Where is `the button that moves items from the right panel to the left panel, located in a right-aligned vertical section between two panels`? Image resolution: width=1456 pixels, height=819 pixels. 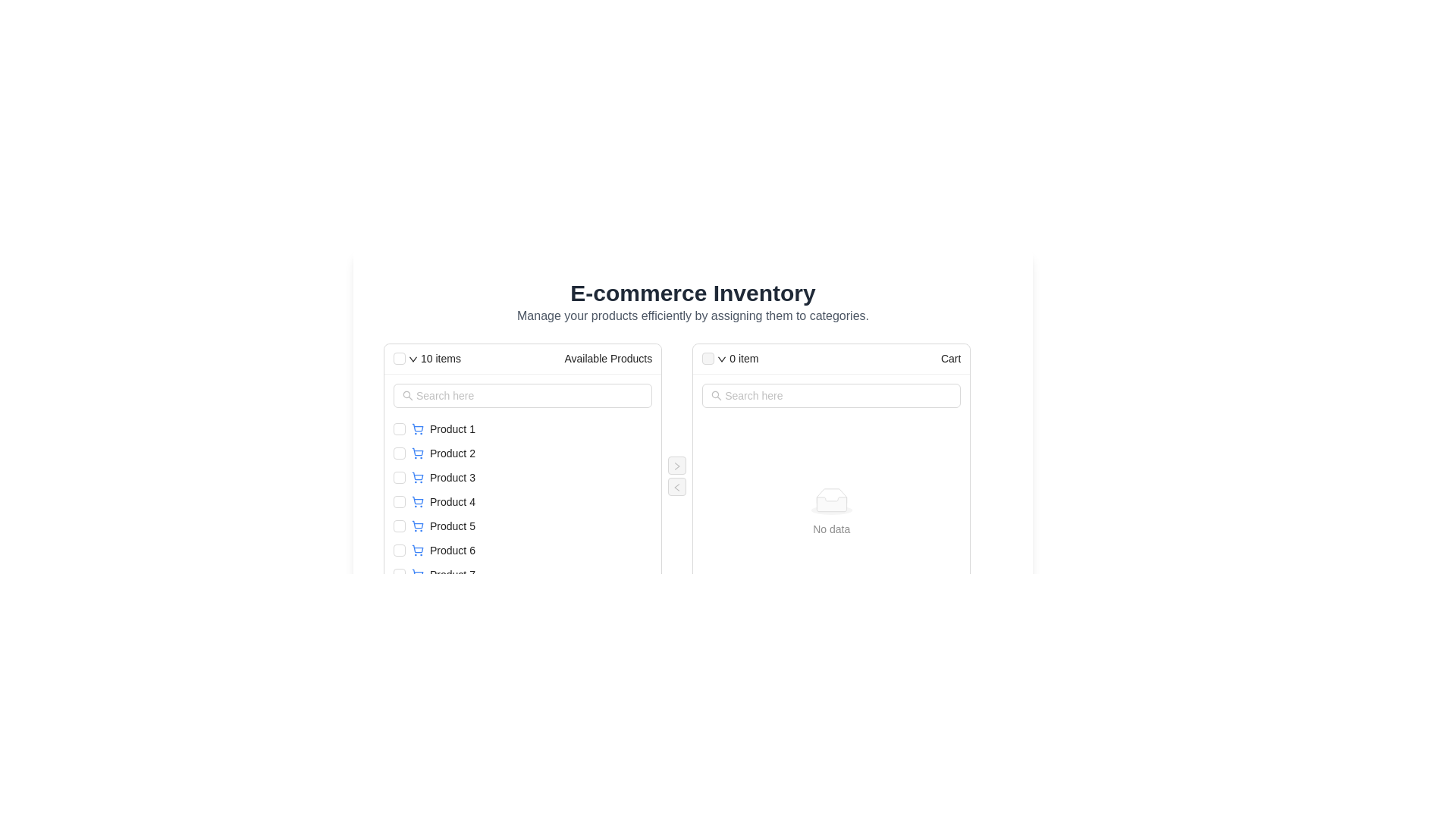
the button that moves items from the right panel to the left panel, located in a right-aligned vertical section between two panels is located at coordinates (676, 486).